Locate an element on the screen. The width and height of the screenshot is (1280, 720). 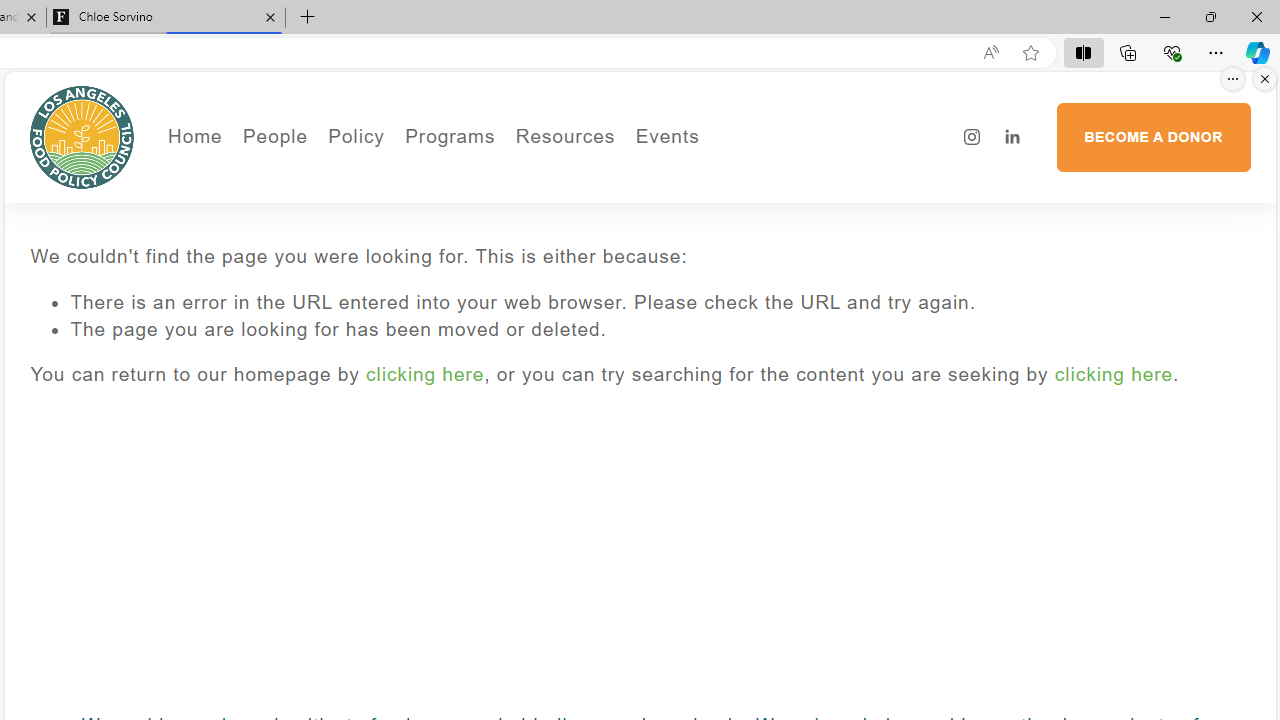
'Instagram' is located at coordinates (972, 136).